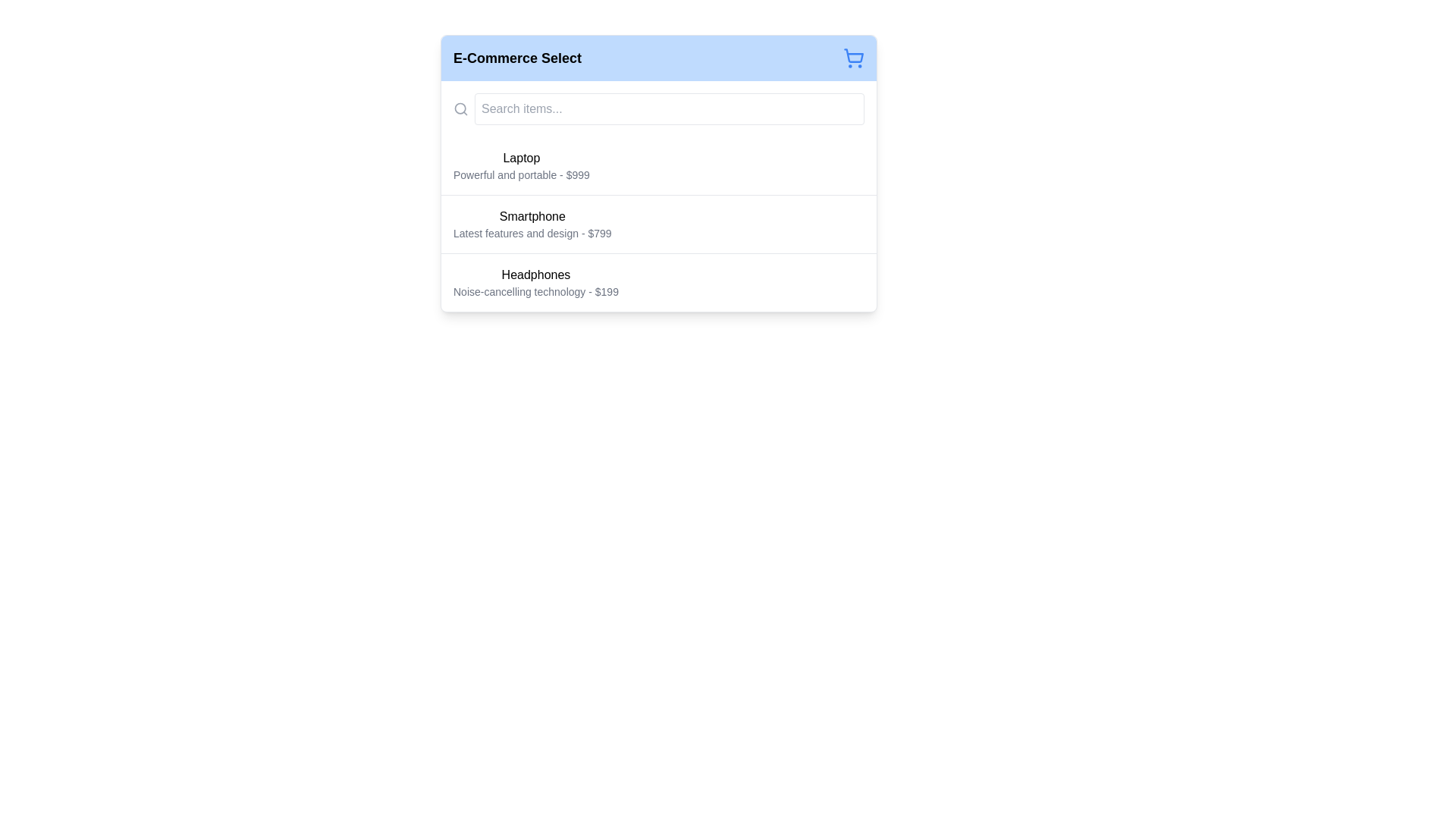  What do you see at coordinates (532, 224) in the screenshot?
I see `the 'Smartphone' list item in the 'E-Commerce Select' dropdown menu` at bounding box center [532, 224].